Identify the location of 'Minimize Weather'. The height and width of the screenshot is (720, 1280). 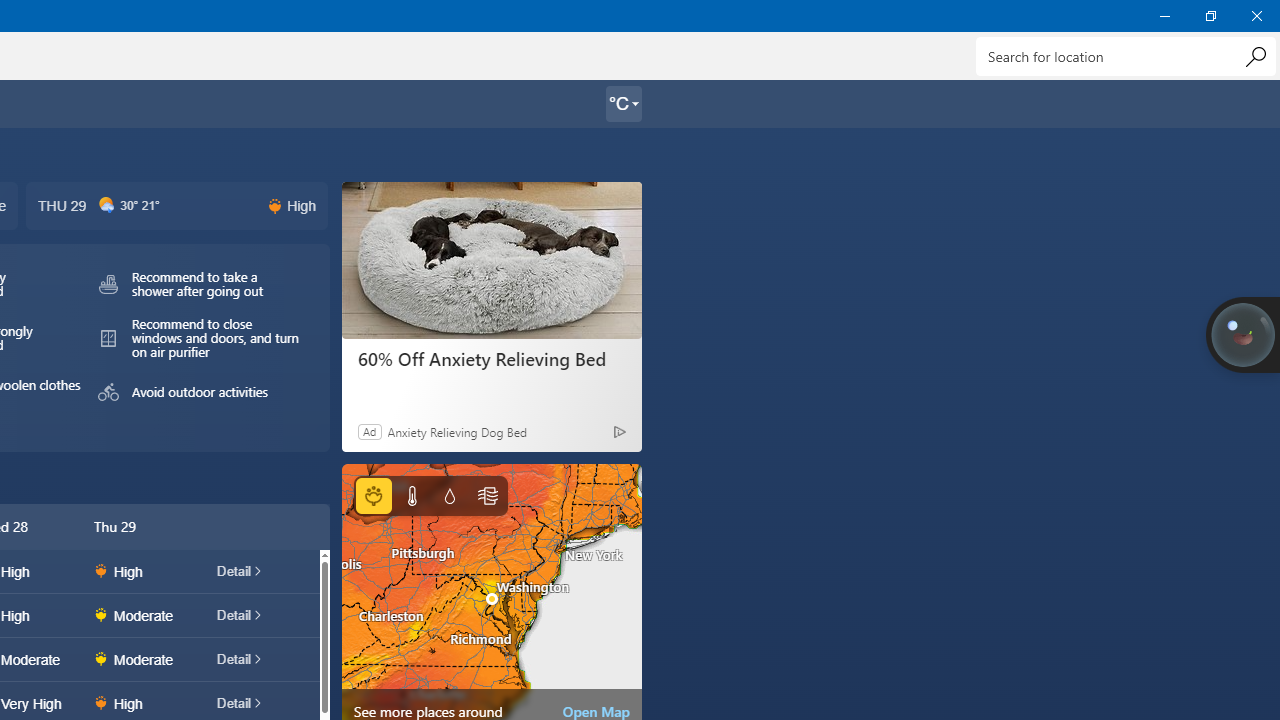
(1164, 15).